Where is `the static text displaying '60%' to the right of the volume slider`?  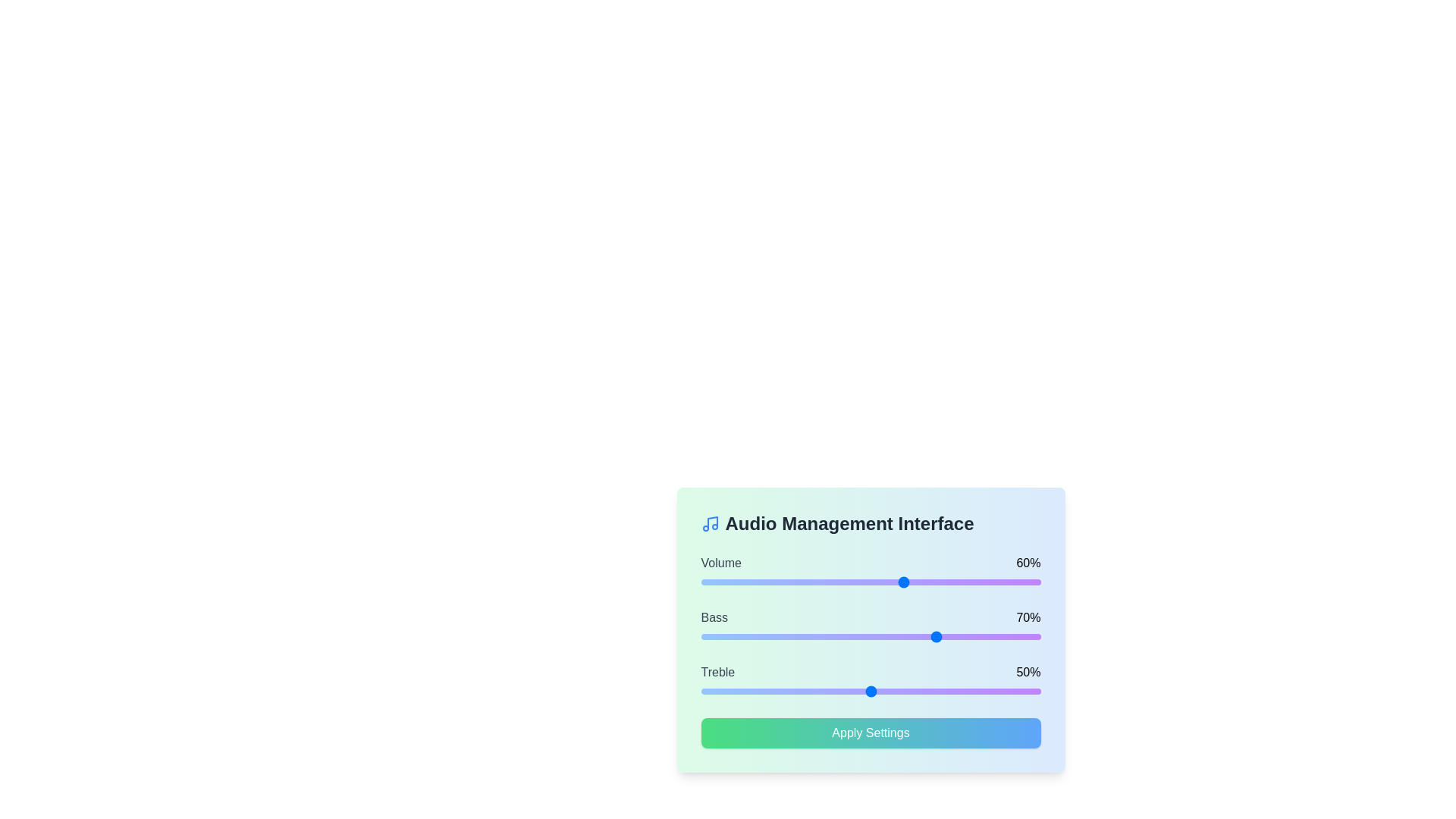
the static text displaying '60%' to the right of the volume slider is located at coordinates (1028, 563).